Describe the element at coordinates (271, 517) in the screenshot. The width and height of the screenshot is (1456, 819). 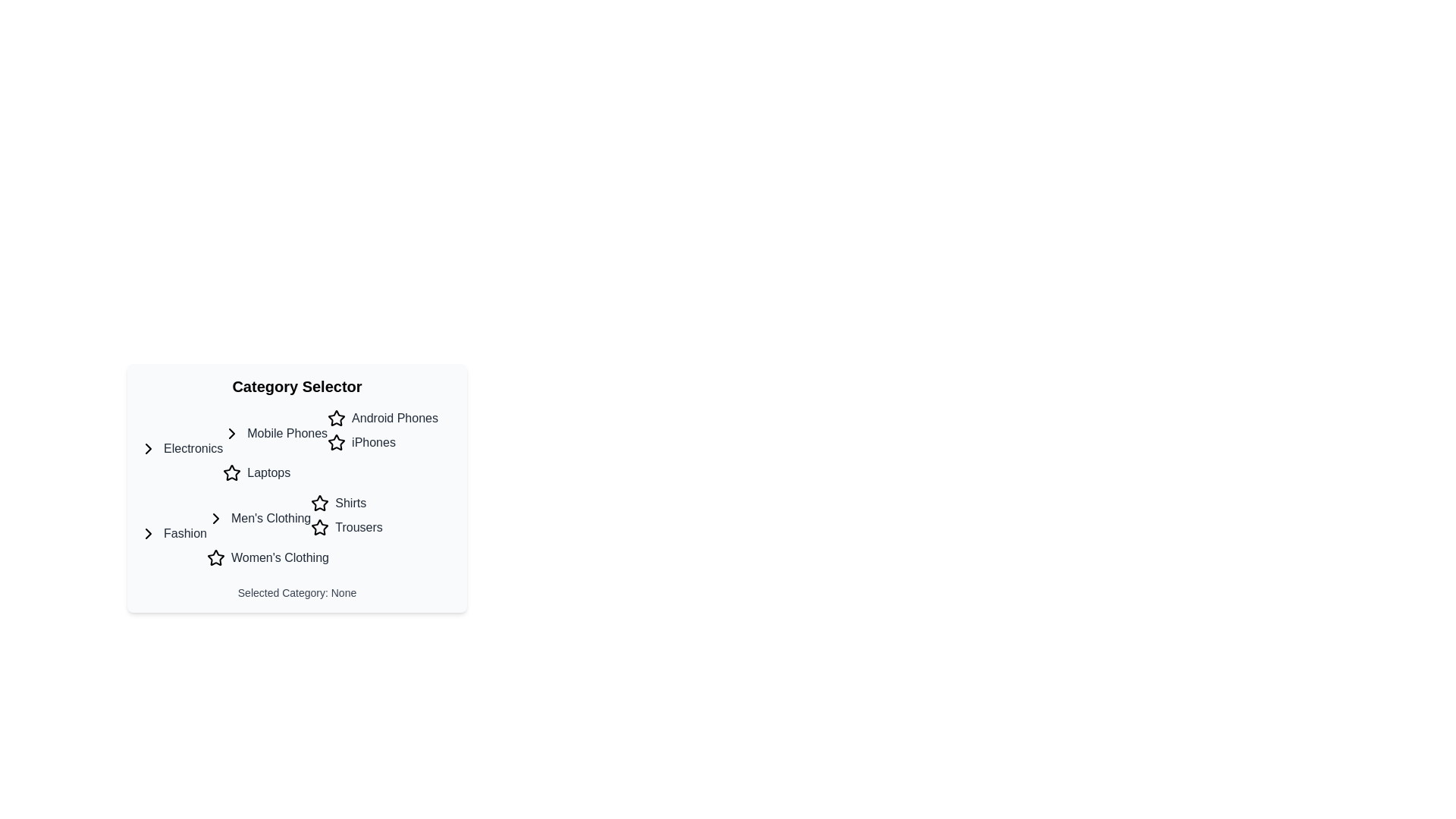
I see `the 'Men's Clothing' clickable label located` at that location.